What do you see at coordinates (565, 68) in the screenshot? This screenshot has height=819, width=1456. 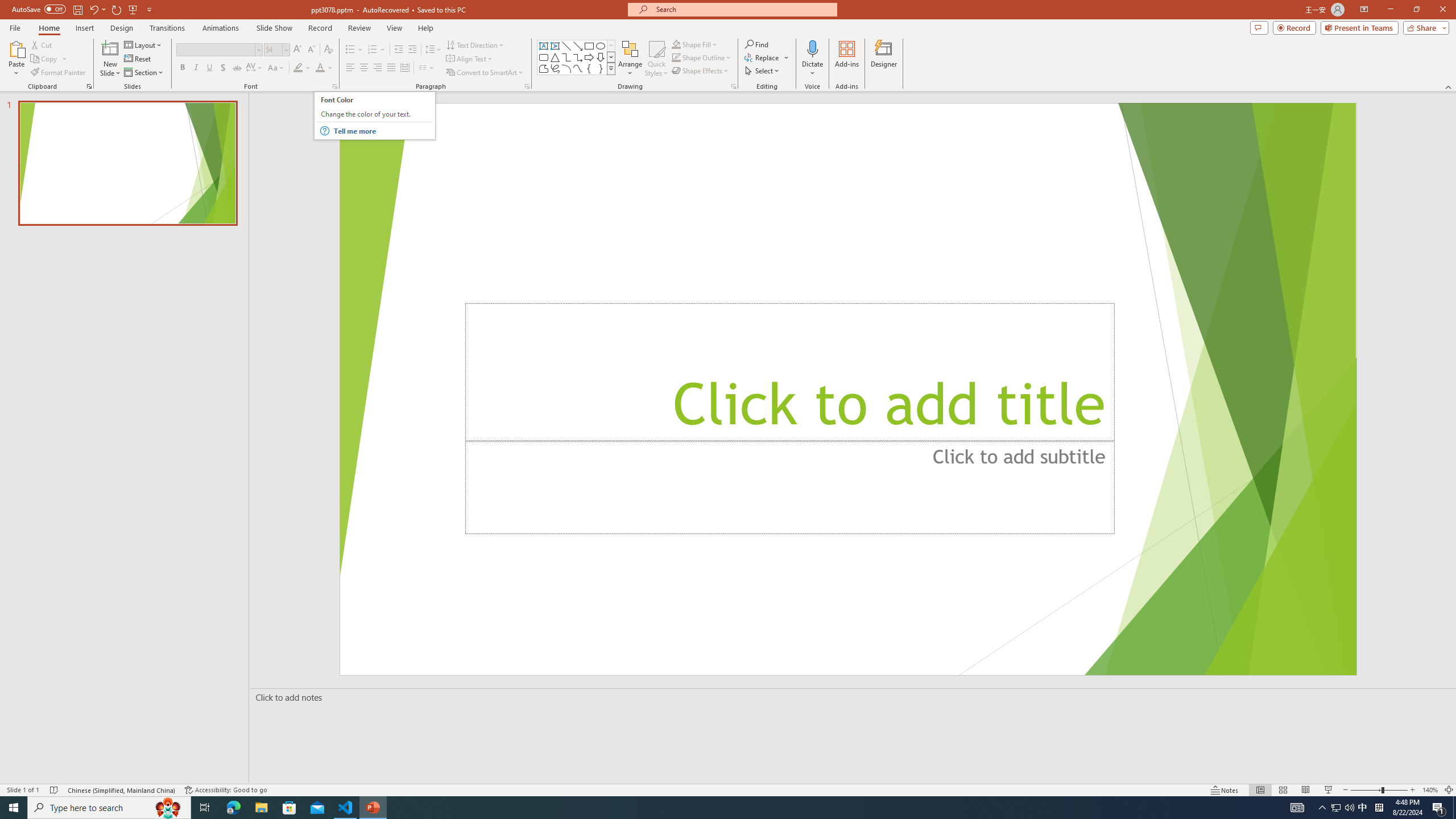 I see `'Arc'` at bounding box center [565, 68].